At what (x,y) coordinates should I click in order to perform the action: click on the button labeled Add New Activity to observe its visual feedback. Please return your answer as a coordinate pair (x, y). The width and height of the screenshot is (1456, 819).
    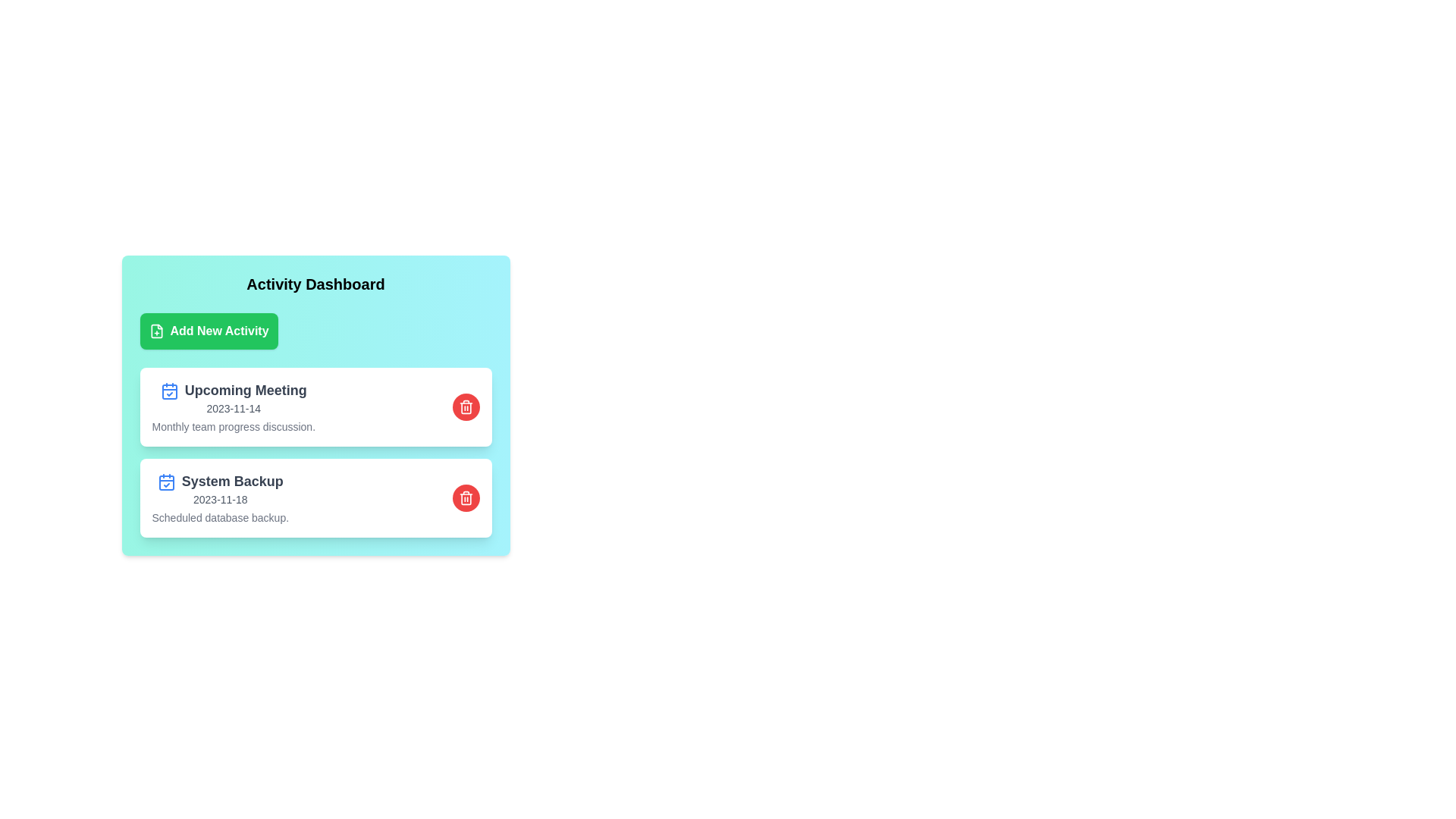
    Looking at the image, I should click on (208, 330).